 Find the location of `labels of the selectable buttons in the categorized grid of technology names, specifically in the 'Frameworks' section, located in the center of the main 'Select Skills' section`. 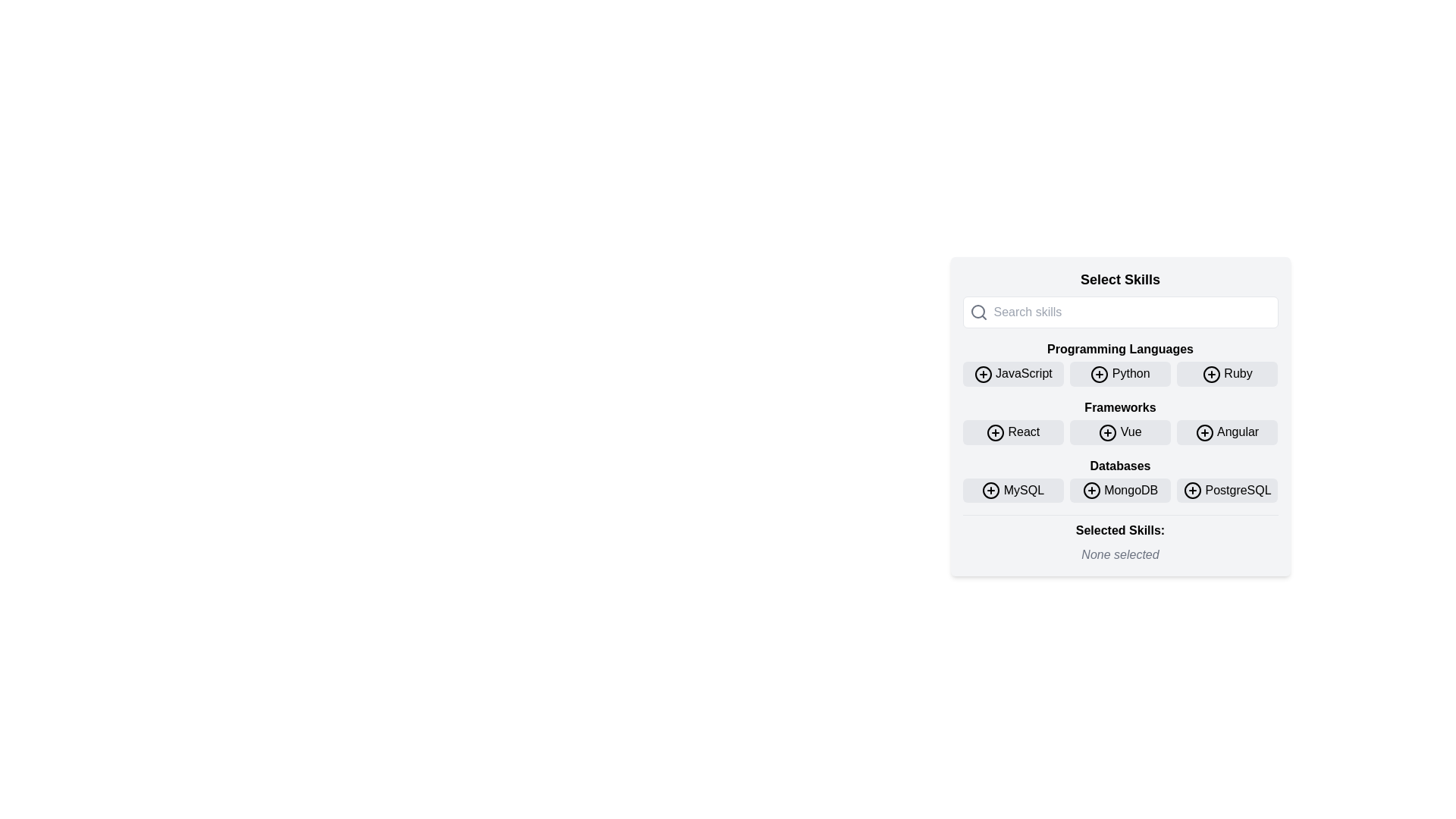

labels of the selectable buttons in the categorized grid of technology names, specifically in the 'Frameworks' section, located in the center of the main 'Select Skills' section is located at coordinates (1120, 422).